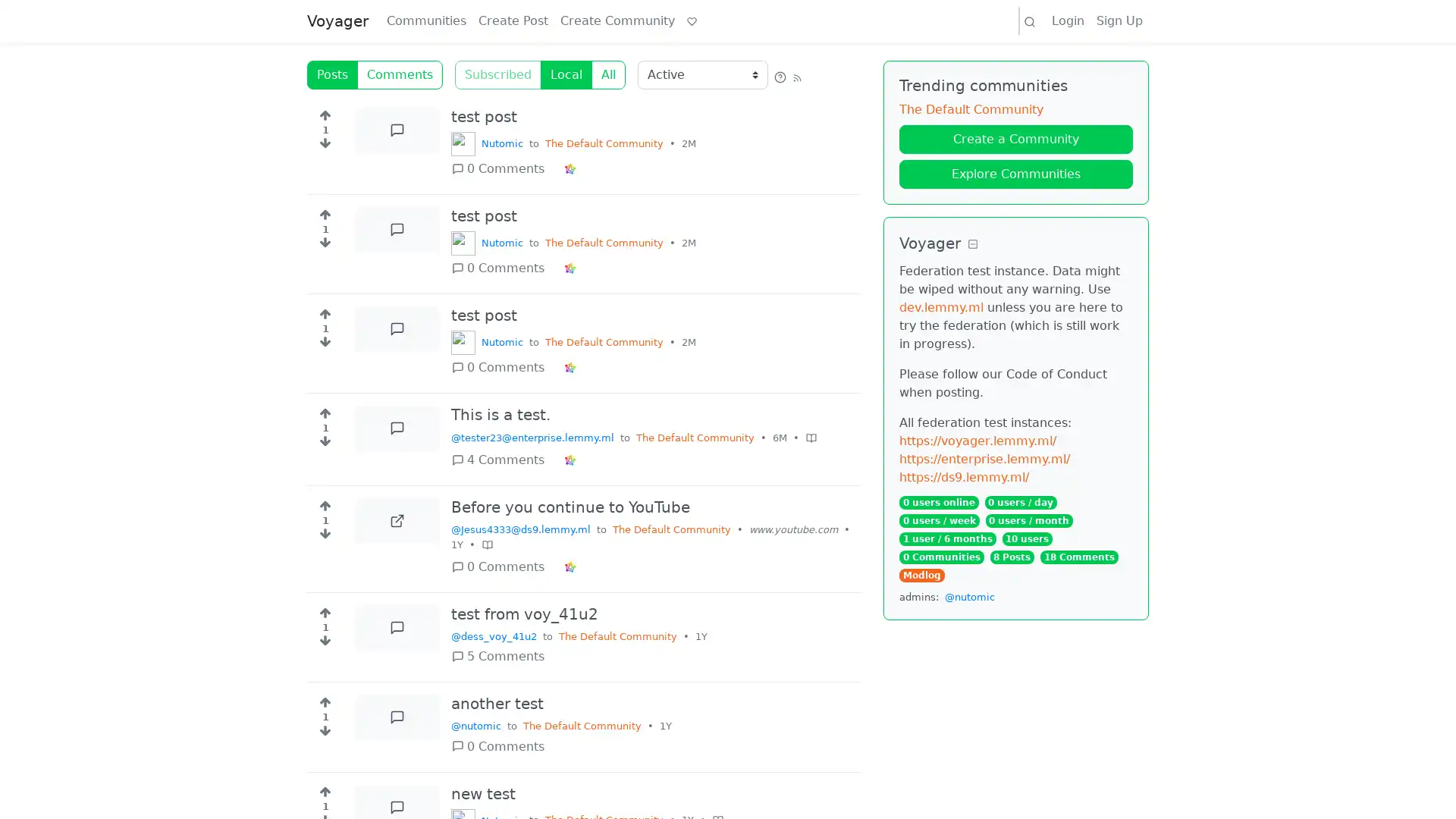 This screenshot has width=1456, height=819. Describe the element at coordinates (324, 245) in the screenshot. I see `Downvote` at that location.